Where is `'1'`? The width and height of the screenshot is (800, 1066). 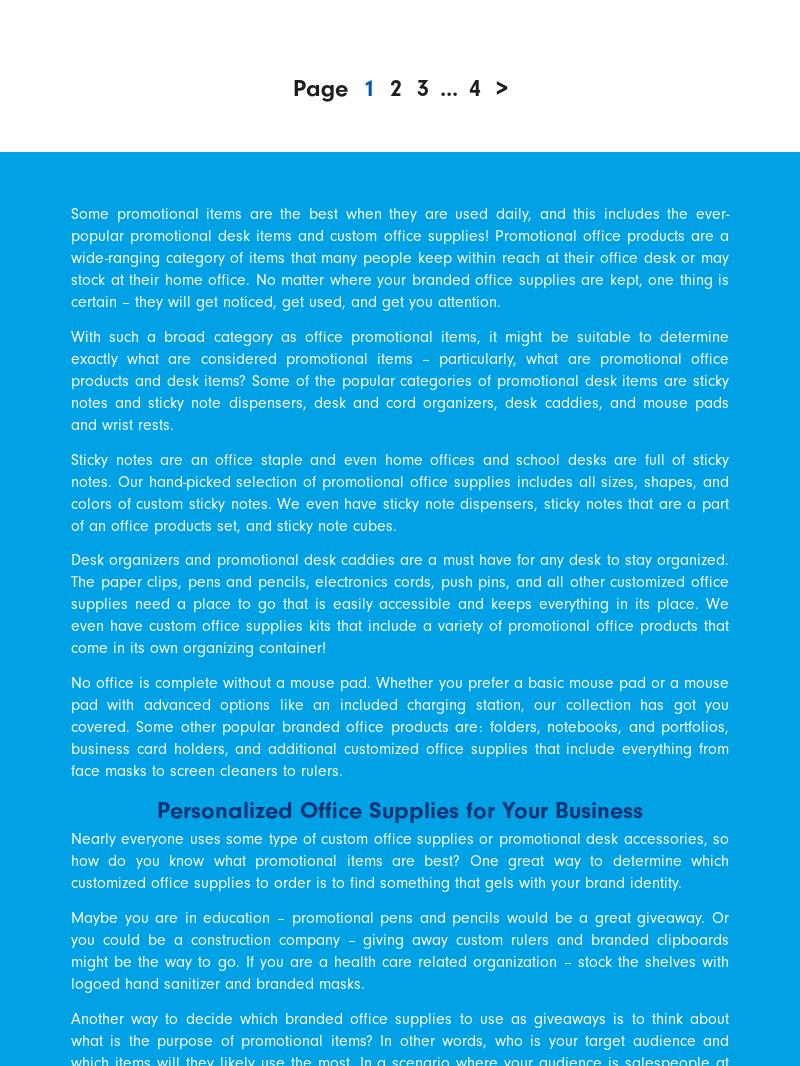 '1' is located at coordinates (367, 85).